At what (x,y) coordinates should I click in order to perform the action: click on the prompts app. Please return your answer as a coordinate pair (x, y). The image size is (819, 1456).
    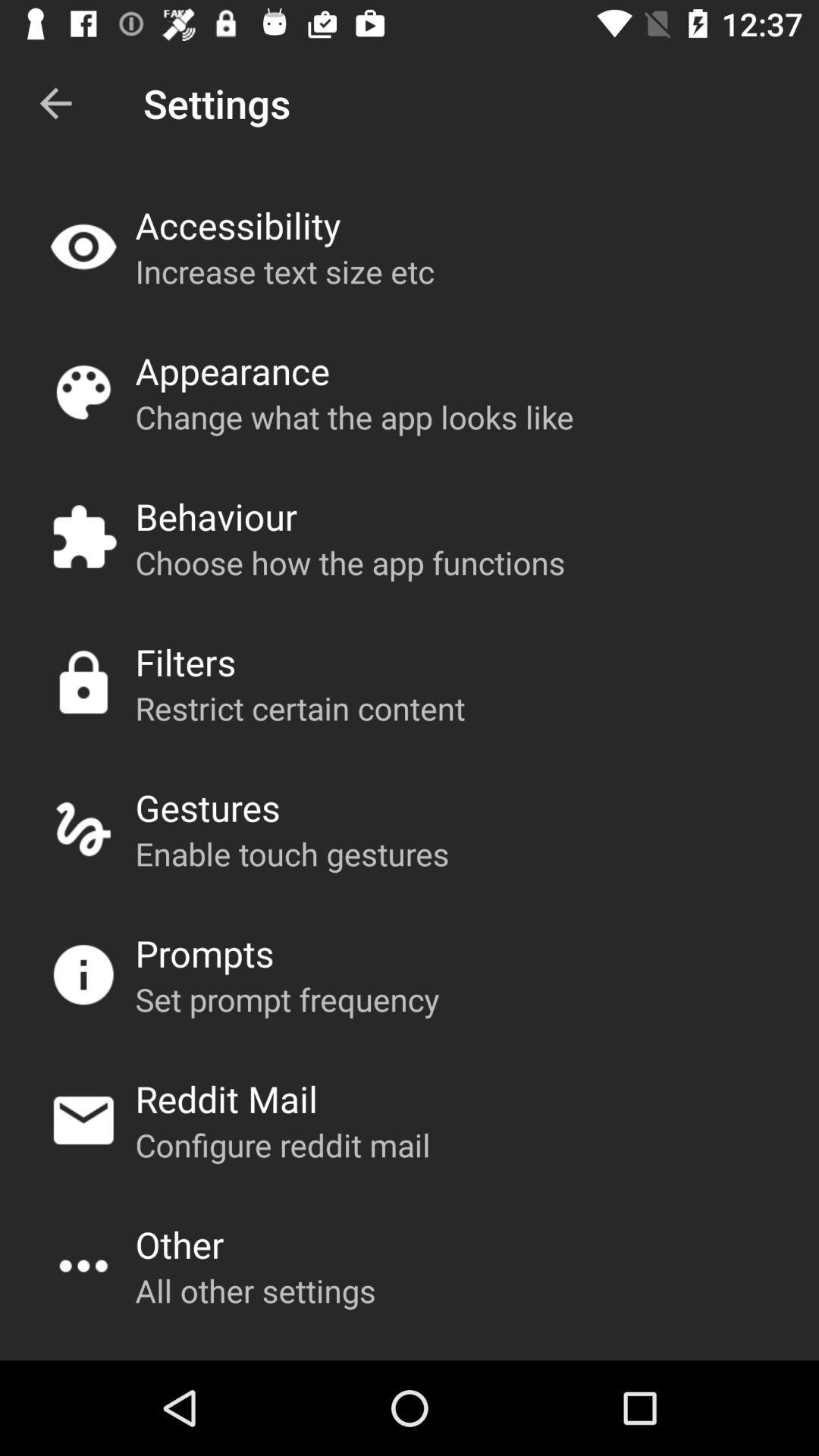
    Looking at the image, I should click on (205, 952).